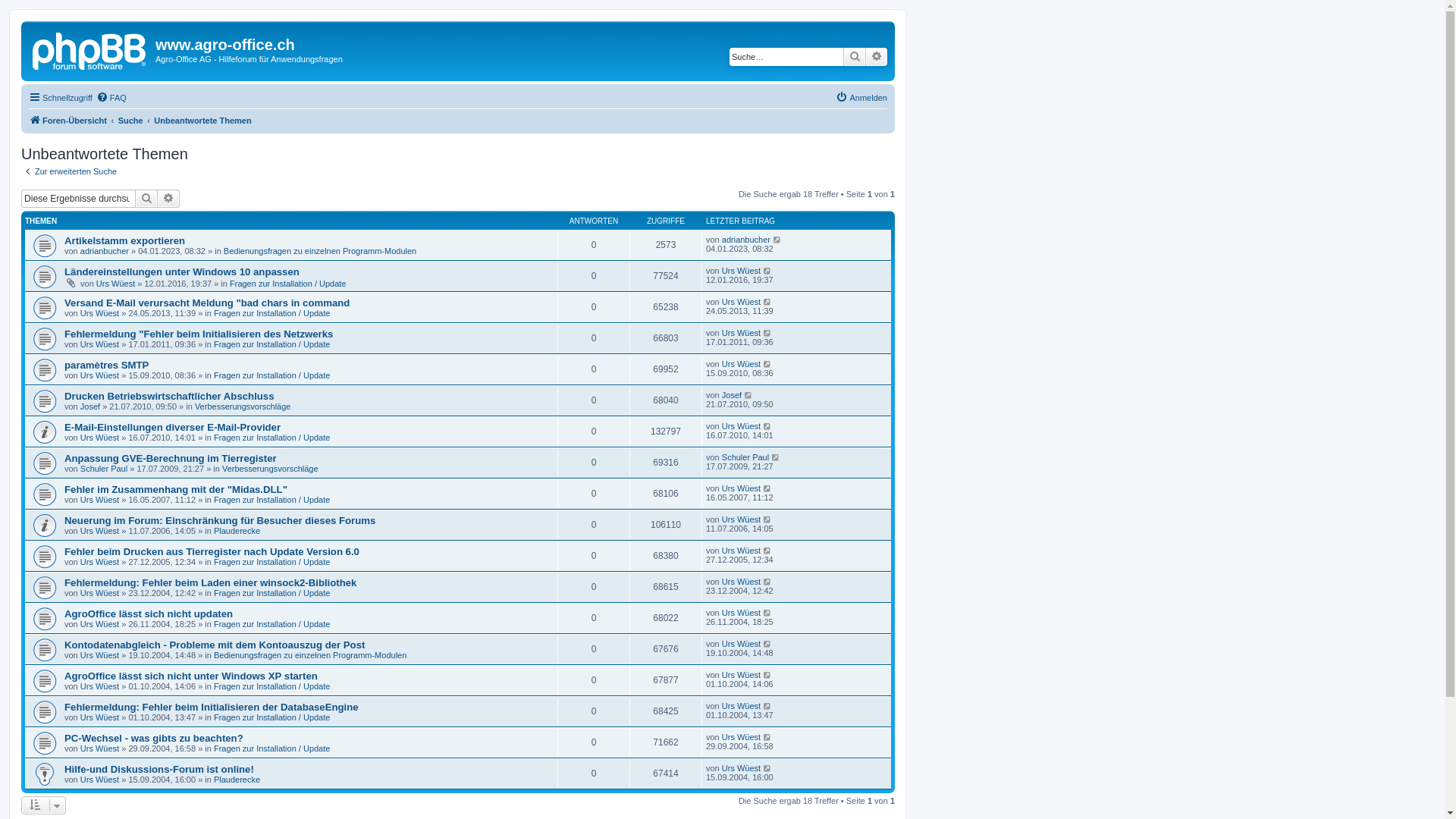  Describe the element at coordinates (767, 736) in the screenshot. I see `'Gehe zum letzten Beitrag'` at that location.